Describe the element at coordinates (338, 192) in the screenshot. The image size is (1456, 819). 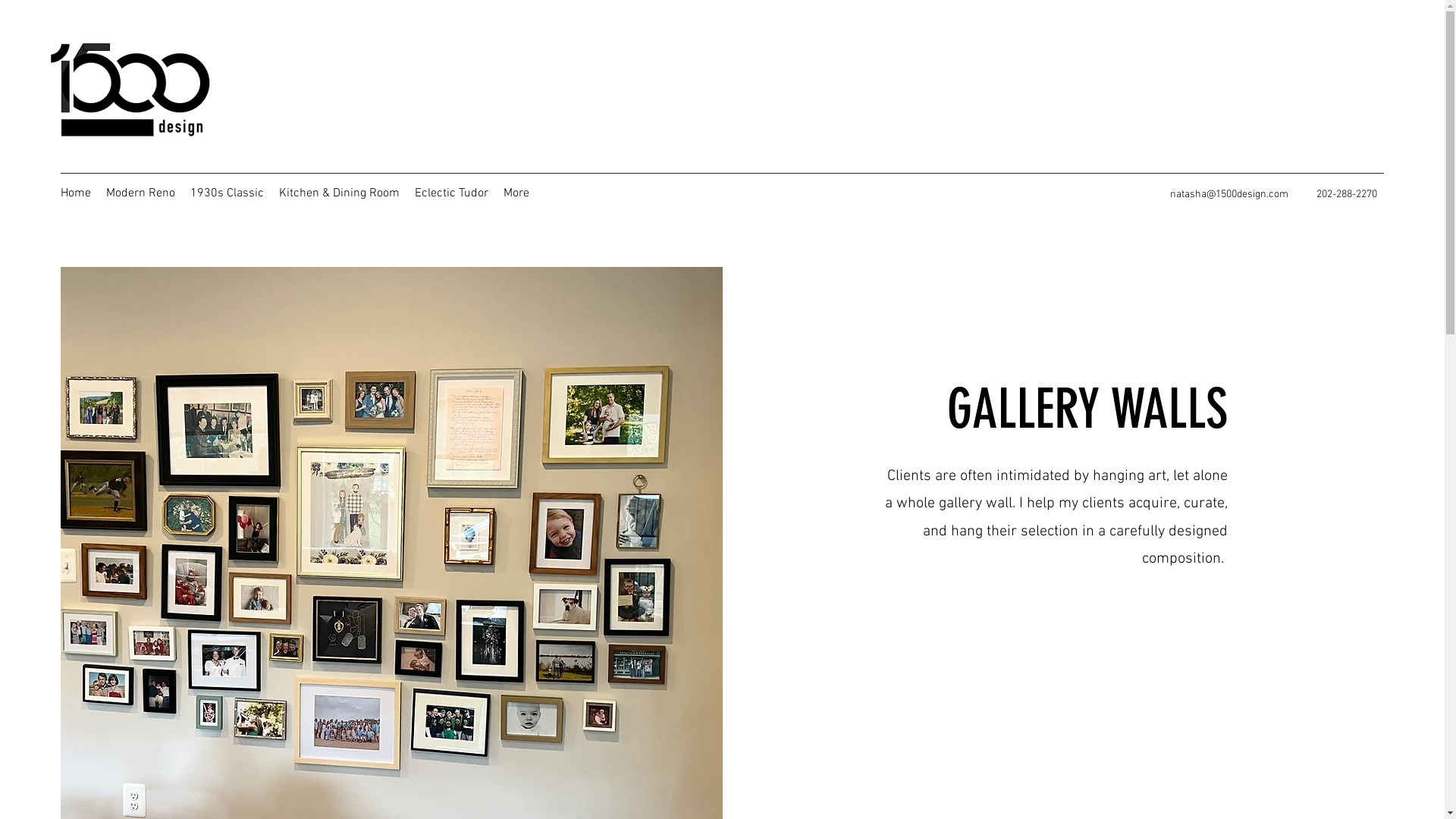
I see `'Kitchen & Dining Room'` at that location.